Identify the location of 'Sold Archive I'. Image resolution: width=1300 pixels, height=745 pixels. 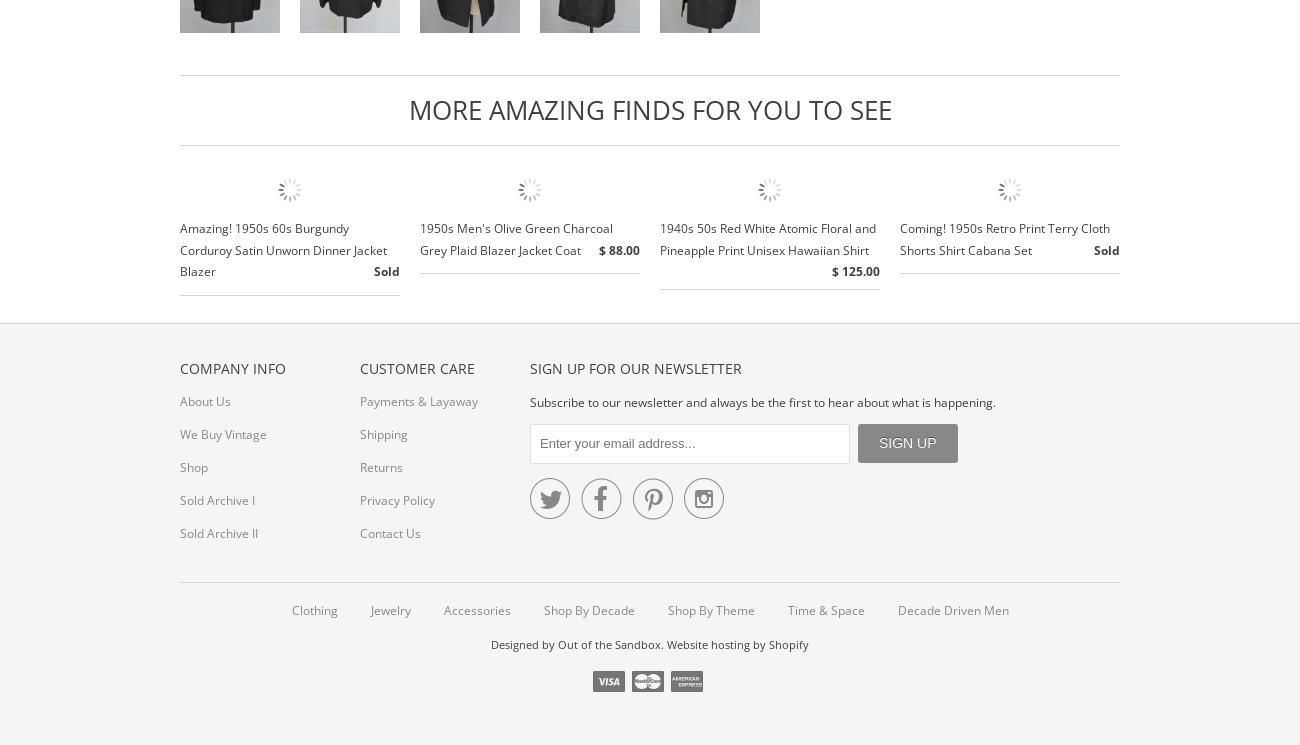
(216, 500).